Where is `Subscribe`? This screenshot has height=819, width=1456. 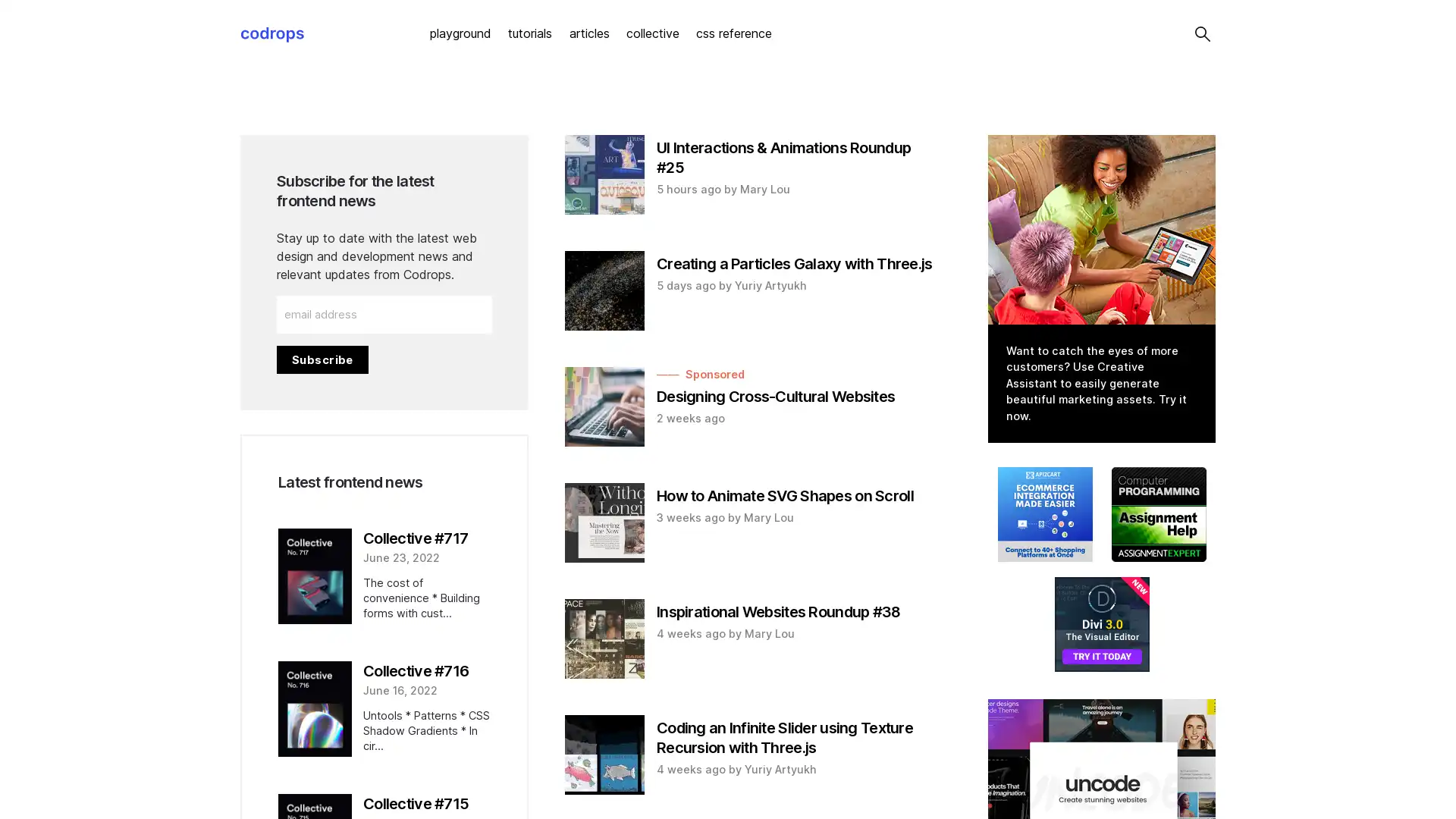 Subscribe is located at coordinates (322, 359).